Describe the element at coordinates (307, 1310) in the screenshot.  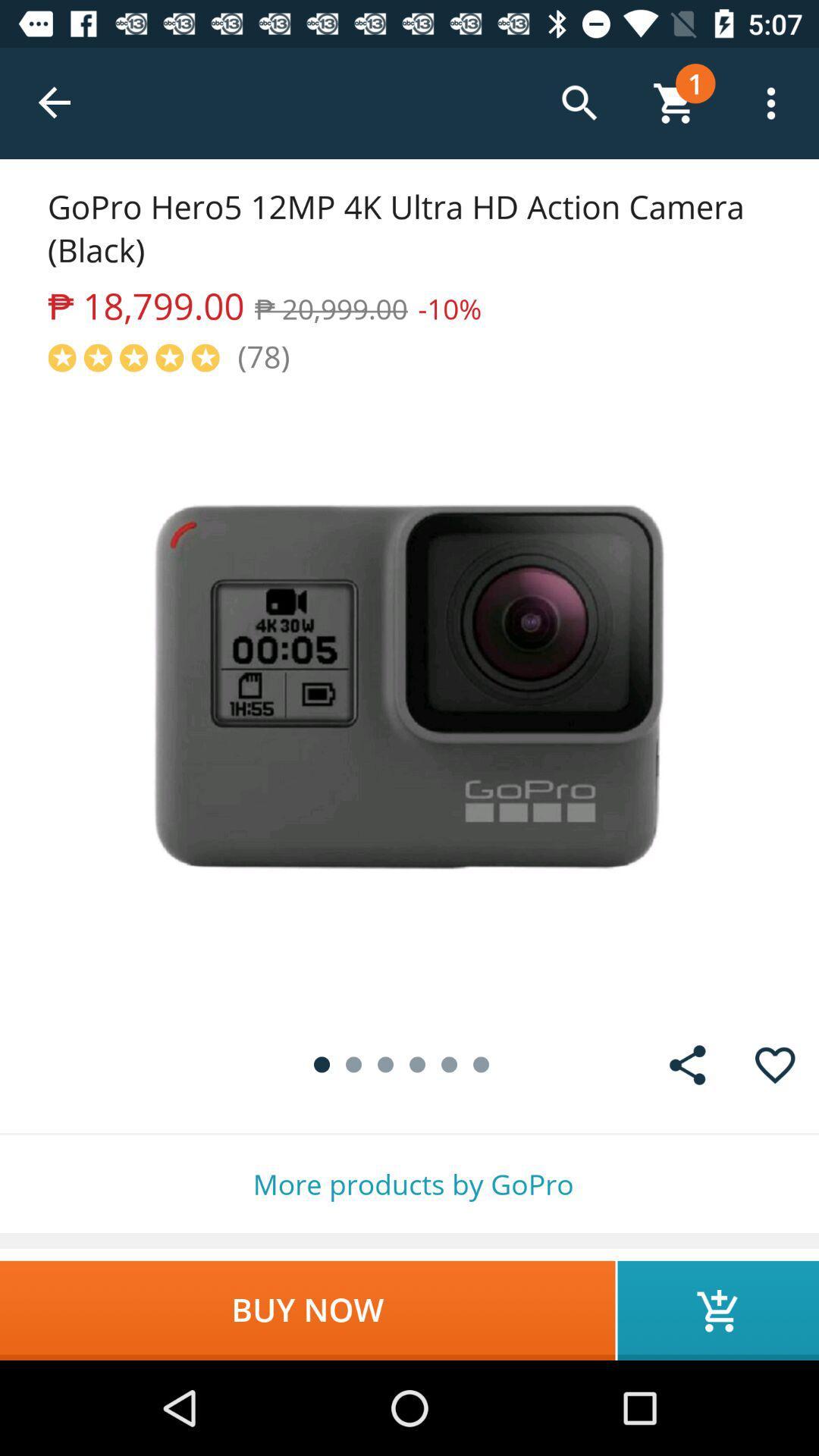
I see `icon below the more products by item` at that location.